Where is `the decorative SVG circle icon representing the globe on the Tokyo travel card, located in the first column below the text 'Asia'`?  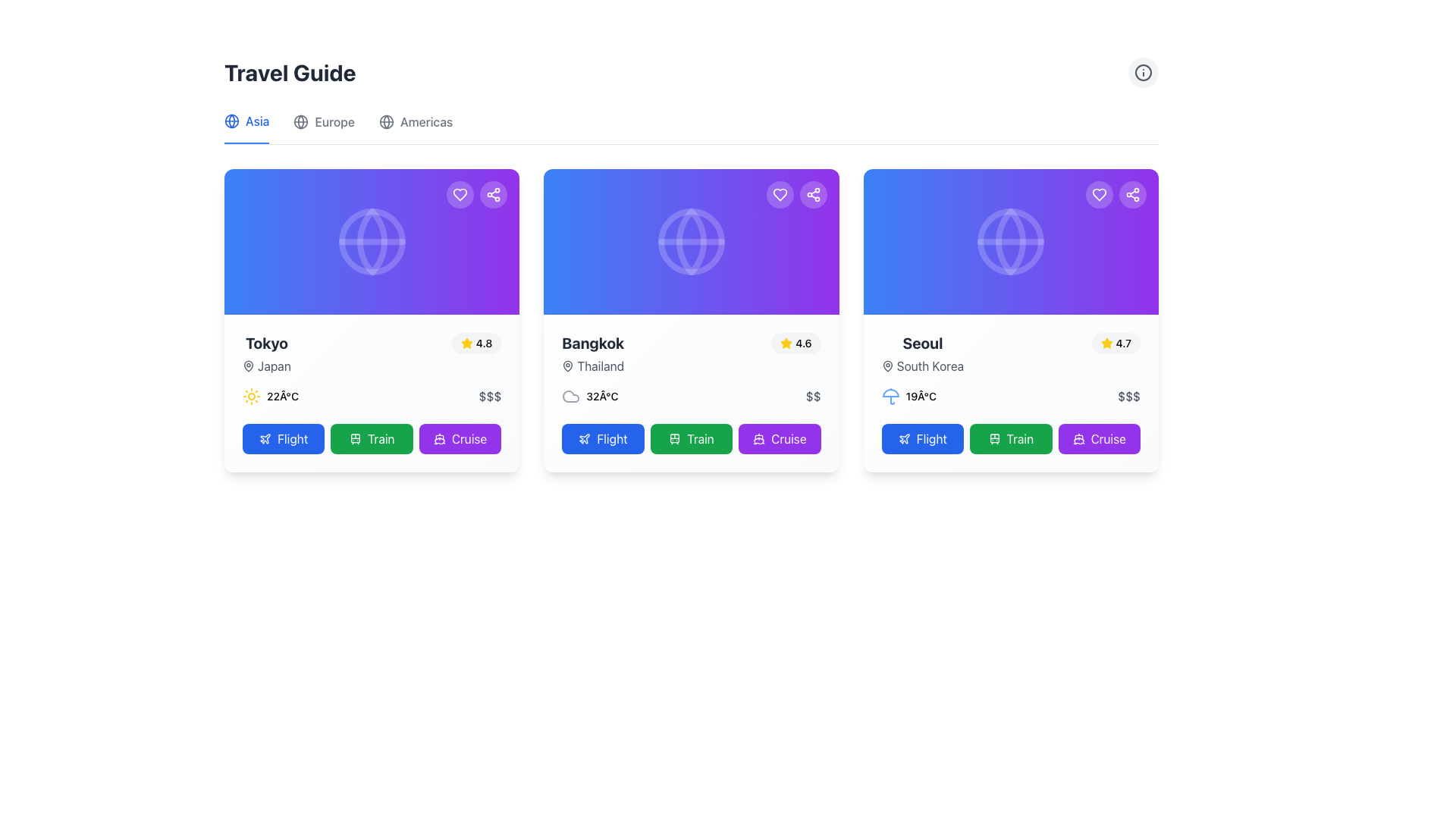 the decorative SVG circle icon representing the globe on the Tokyo travel card, located in the first column below the text 'Asia' is located at coordinates (372, 241).